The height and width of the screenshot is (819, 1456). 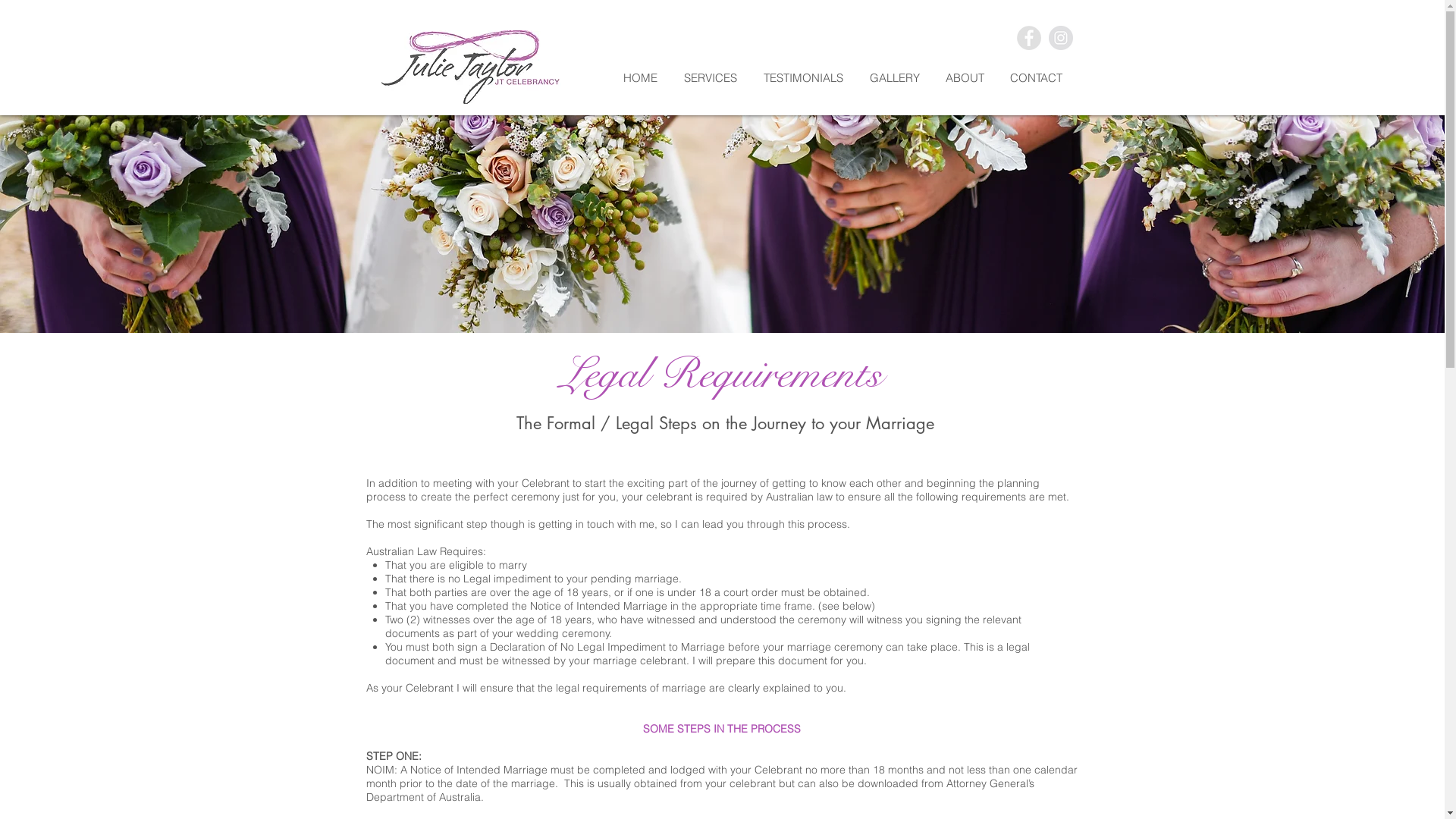 I want to click on 'SERVICES', so click(x=715, y=77).